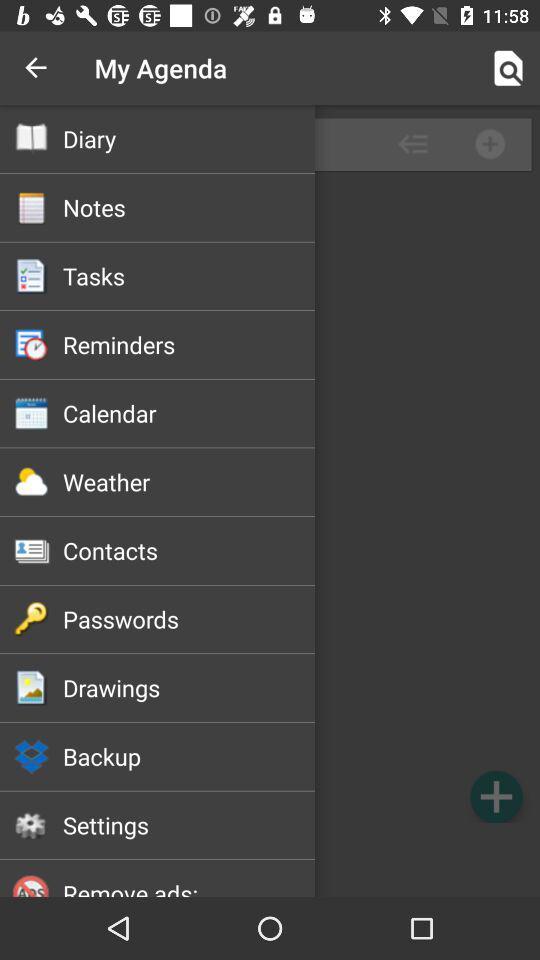 Image resolution: width=540 pixels, height=960 pixels. I want to click on icon above tasks, so click(189, 207).